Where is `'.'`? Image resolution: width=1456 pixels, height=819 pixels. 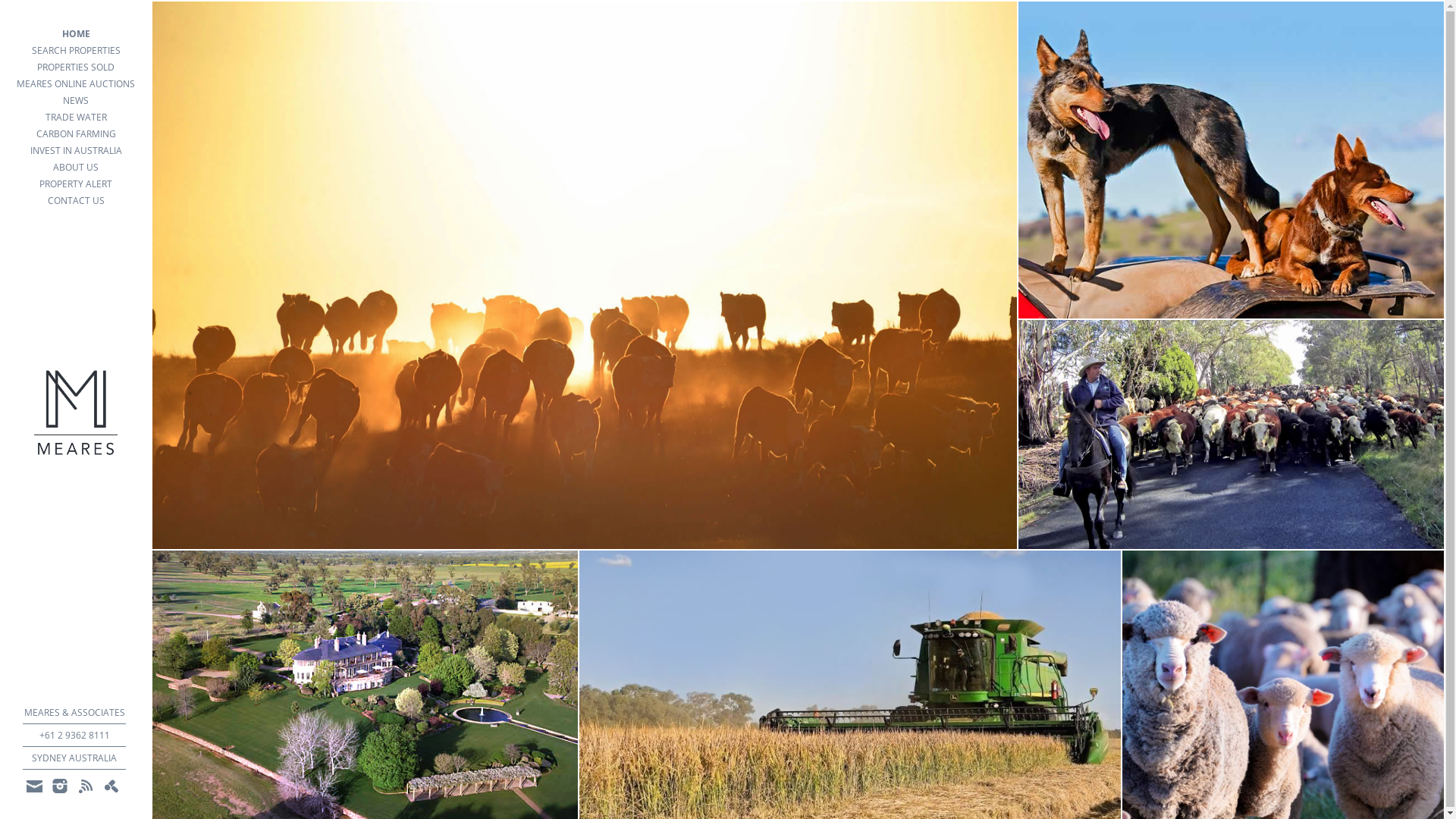
'.' is located at coordinates (59, 785).